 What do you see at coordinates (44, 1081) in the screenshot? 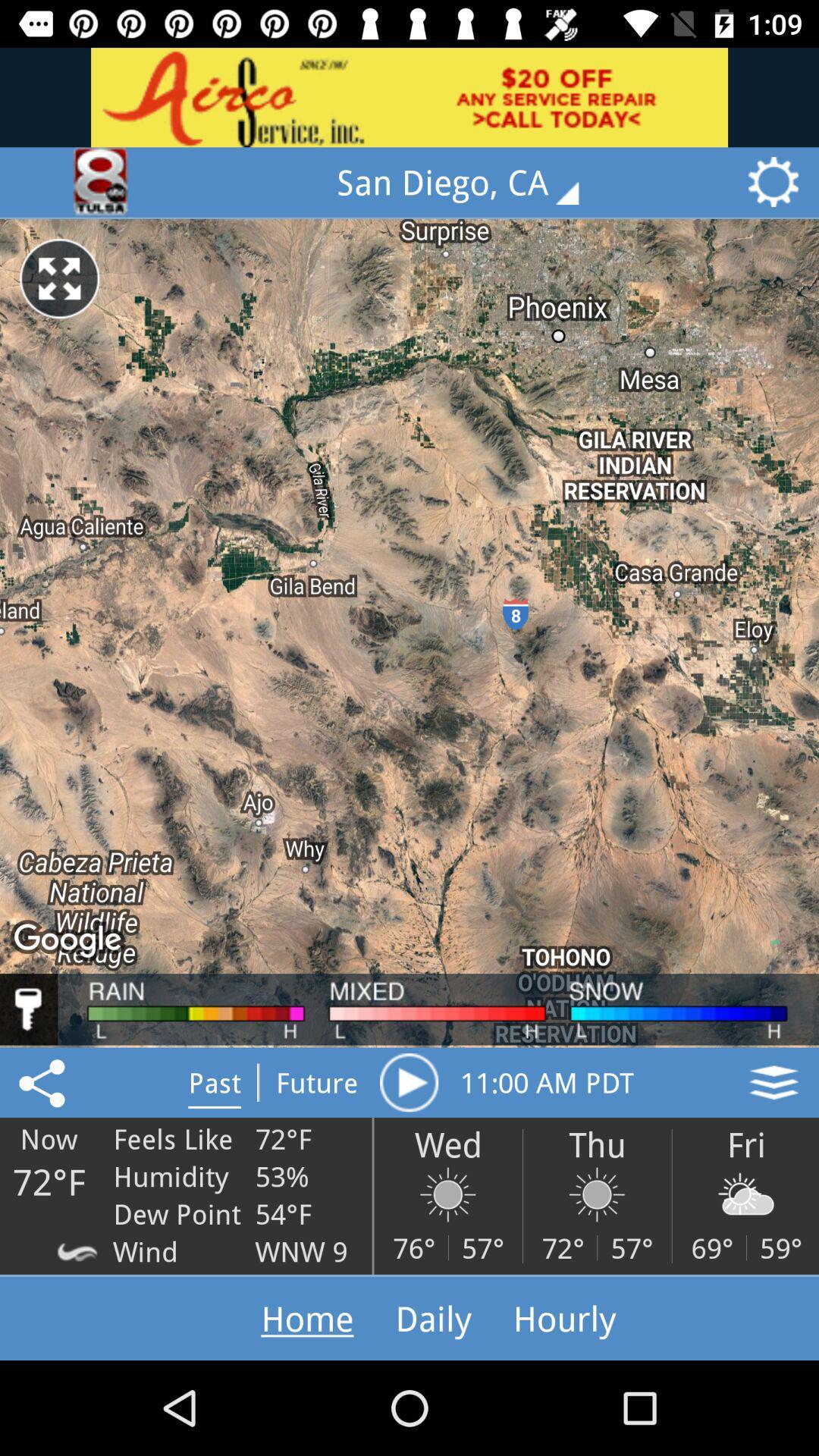
I see `the share icon` at bounding box center [44, 1081].